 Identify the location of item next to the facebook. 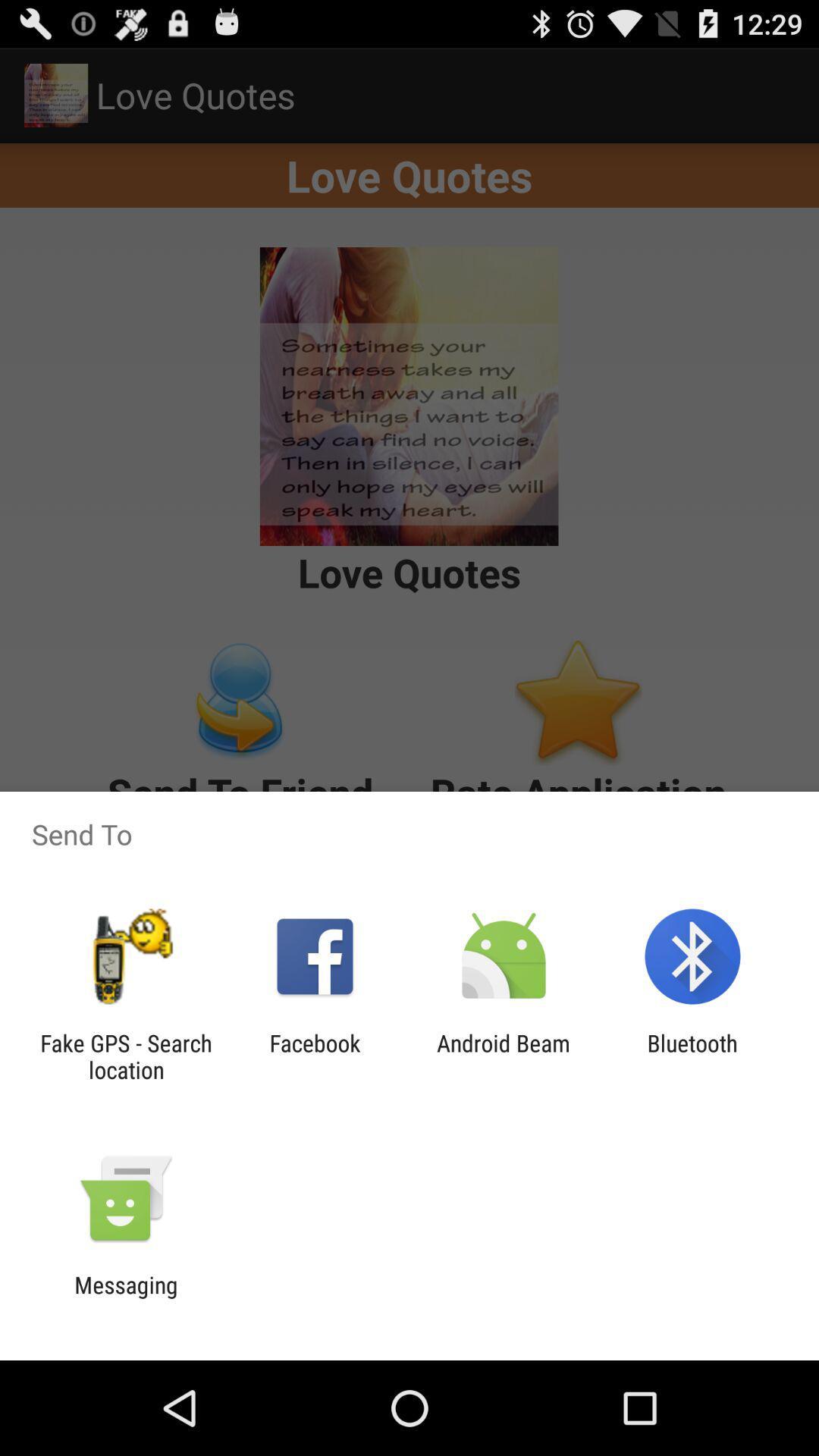
(504, 1056).